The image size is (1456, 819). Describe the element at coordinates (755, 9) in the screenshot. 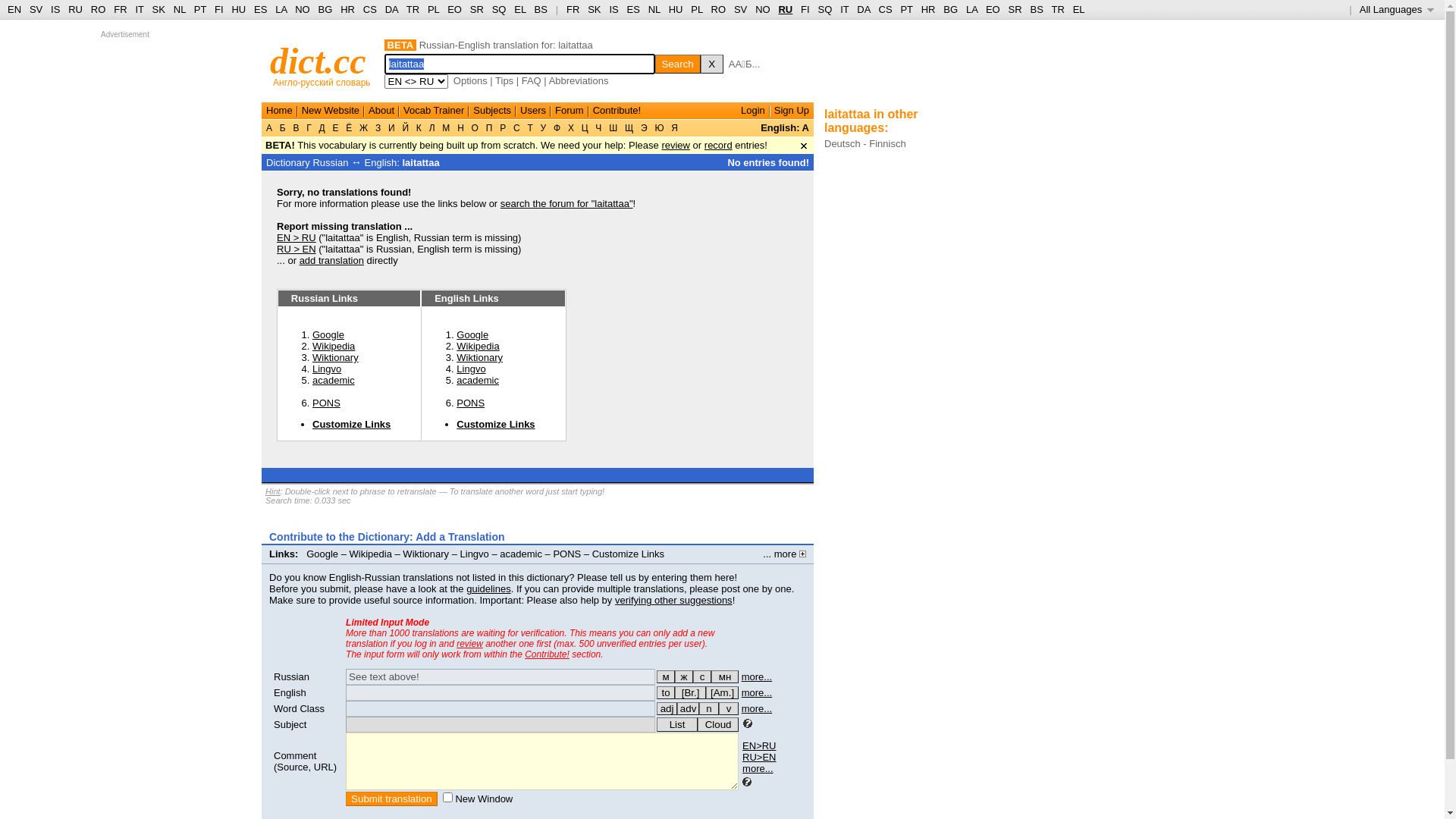

I see `'NO'` at that location.